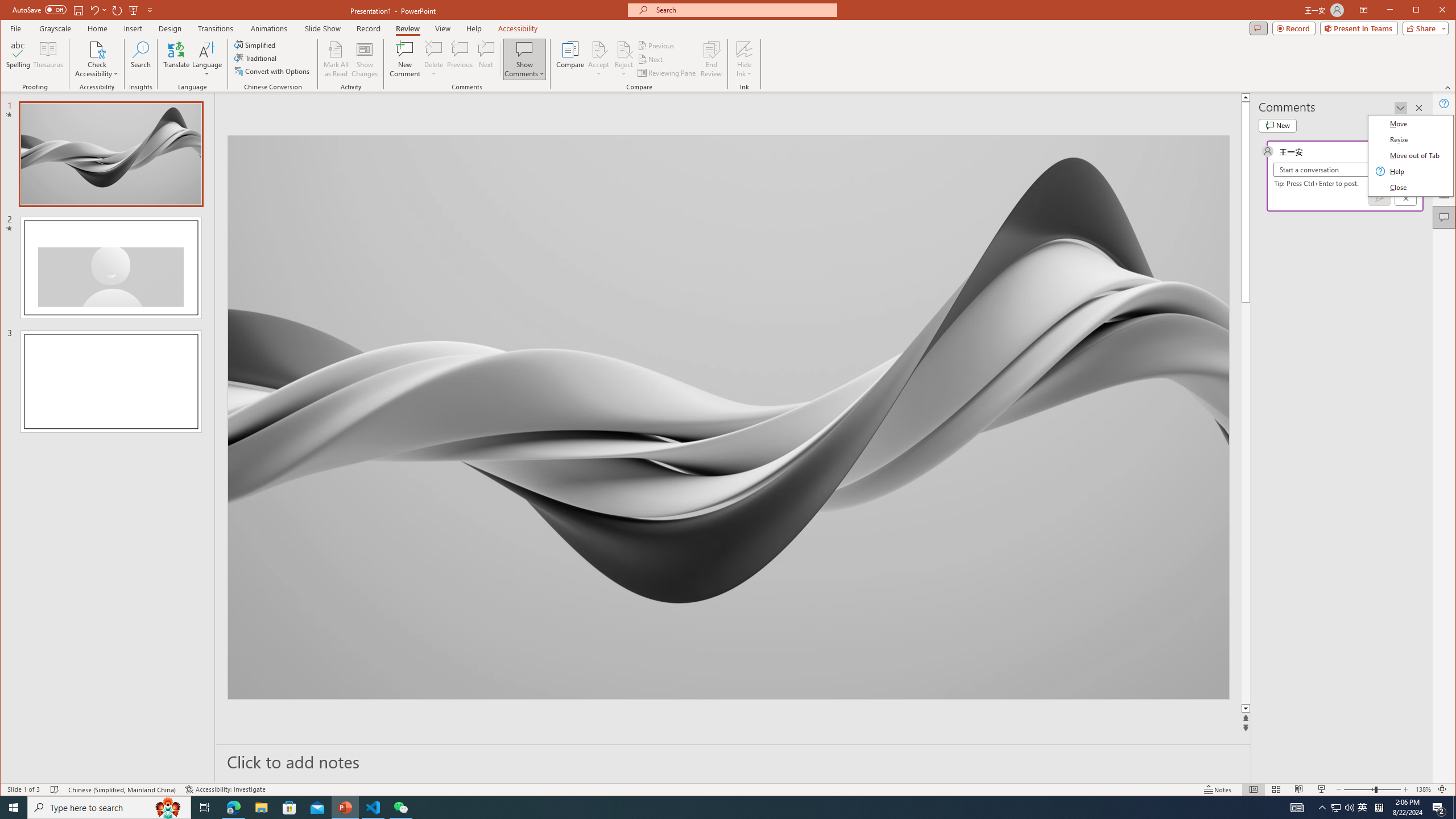 The height and width of the screenshot is (819, 1456). What do you see at coordinates (83, 10) in the screenshot?
I see `'Quick Access Toolbar'` at bounding box center [83, 10].